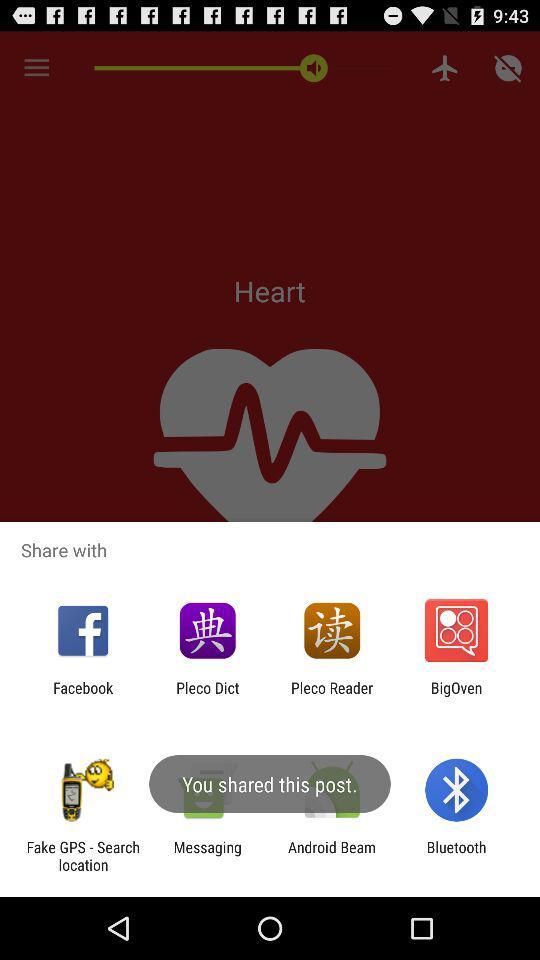 The height and width of the screenshot is (960, 540). Describe the element at coordinates (332, 696) in the screenshot. I see `app to the left of bigoven app` at that location.